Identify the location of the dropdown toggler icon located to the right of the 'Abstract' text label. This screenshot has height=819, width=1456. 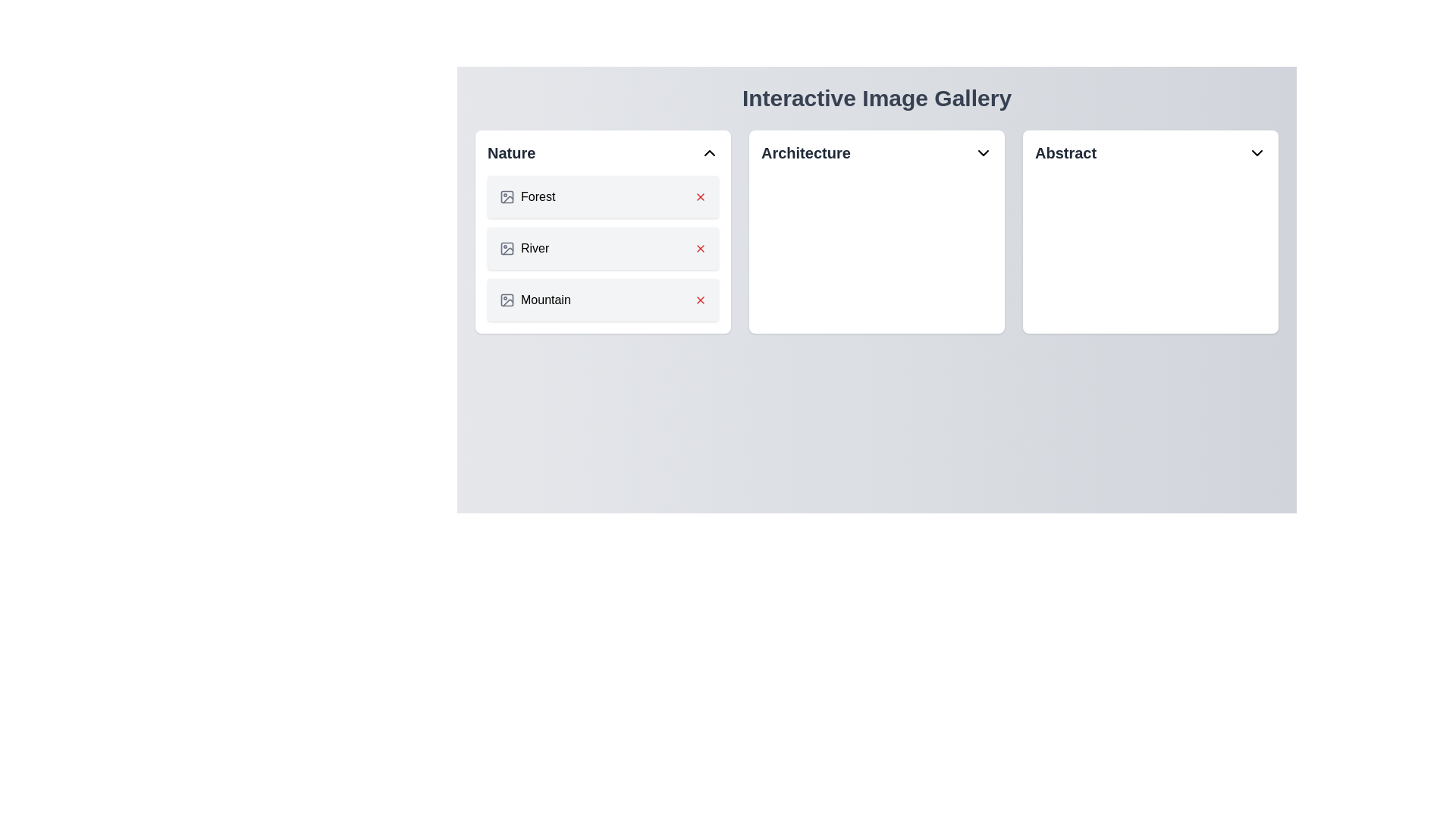
(1257, 152).